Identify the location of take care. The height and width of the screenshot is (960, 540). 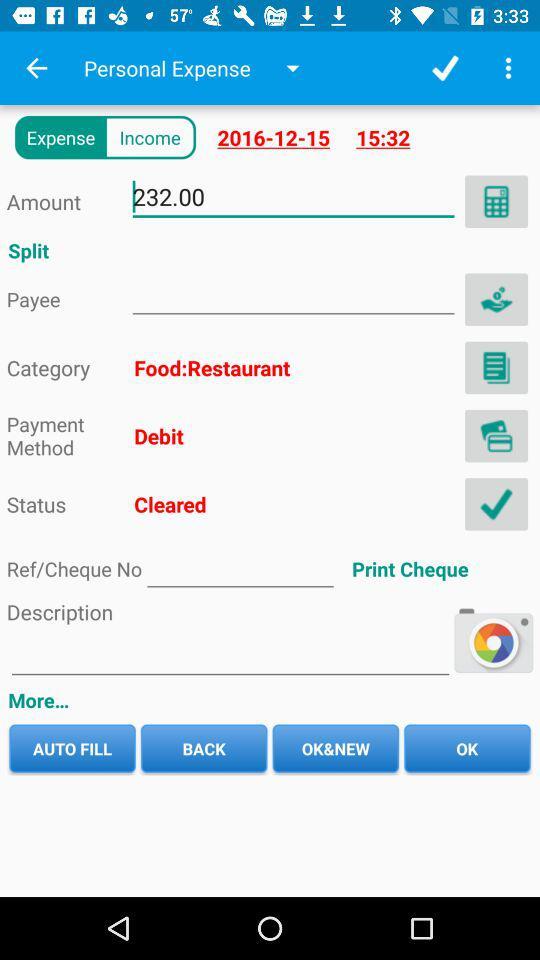
(495, 298).